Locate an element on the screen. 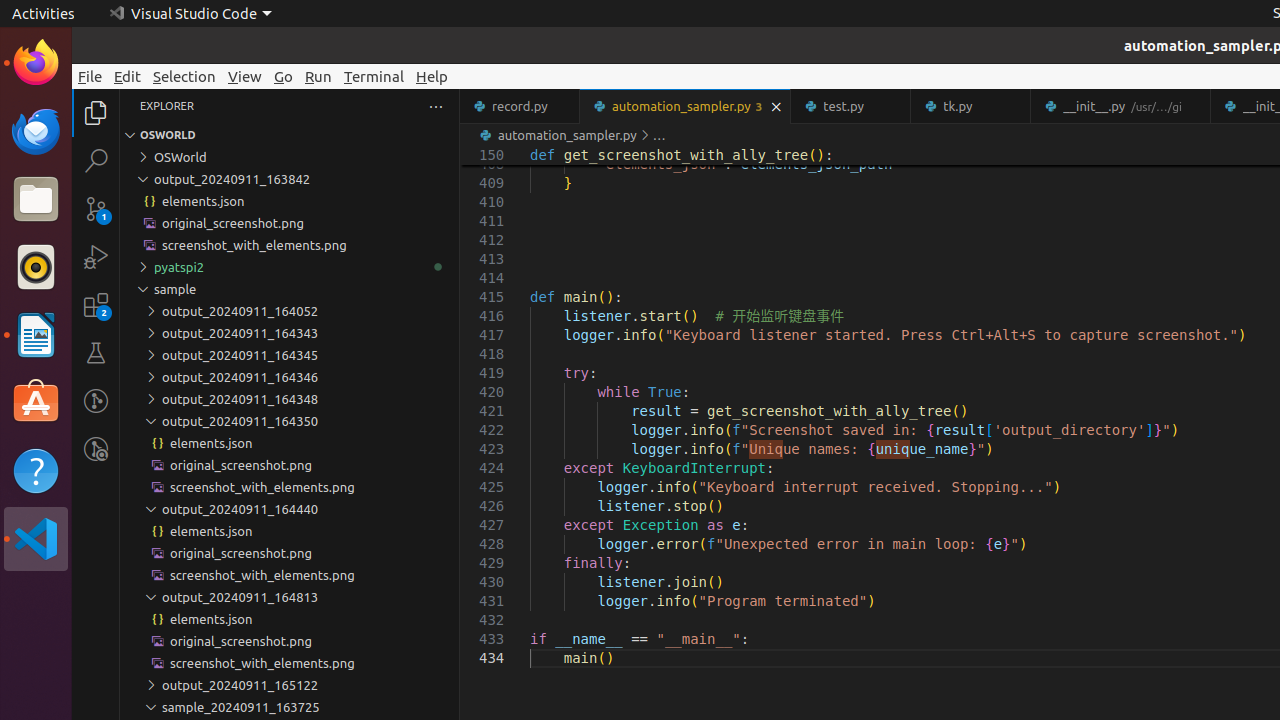  'output_20240911_164348' is located at coordinates (288, 399).